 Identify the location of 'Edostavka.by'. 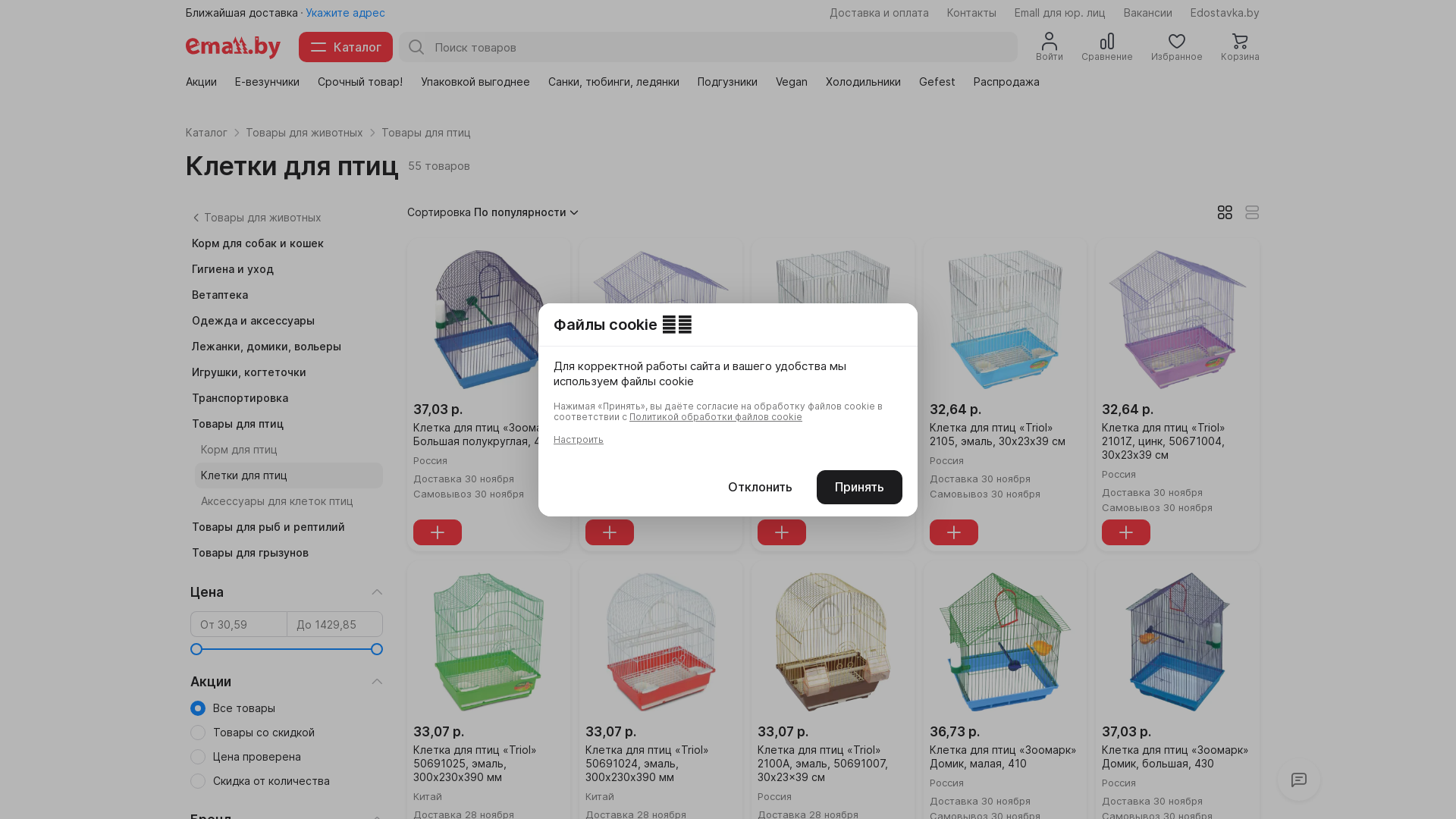
(1225, 12).